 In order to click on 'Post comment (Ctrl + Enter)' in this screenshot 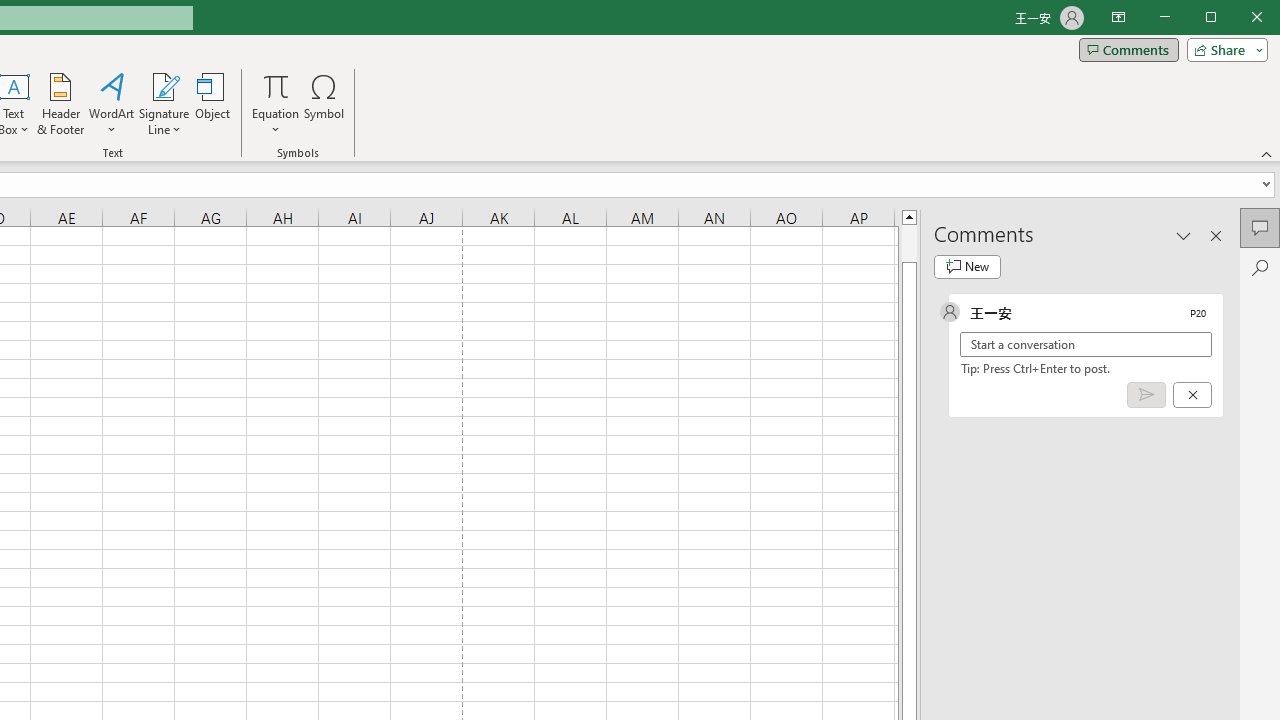, I will do `click(1146, 395)`.